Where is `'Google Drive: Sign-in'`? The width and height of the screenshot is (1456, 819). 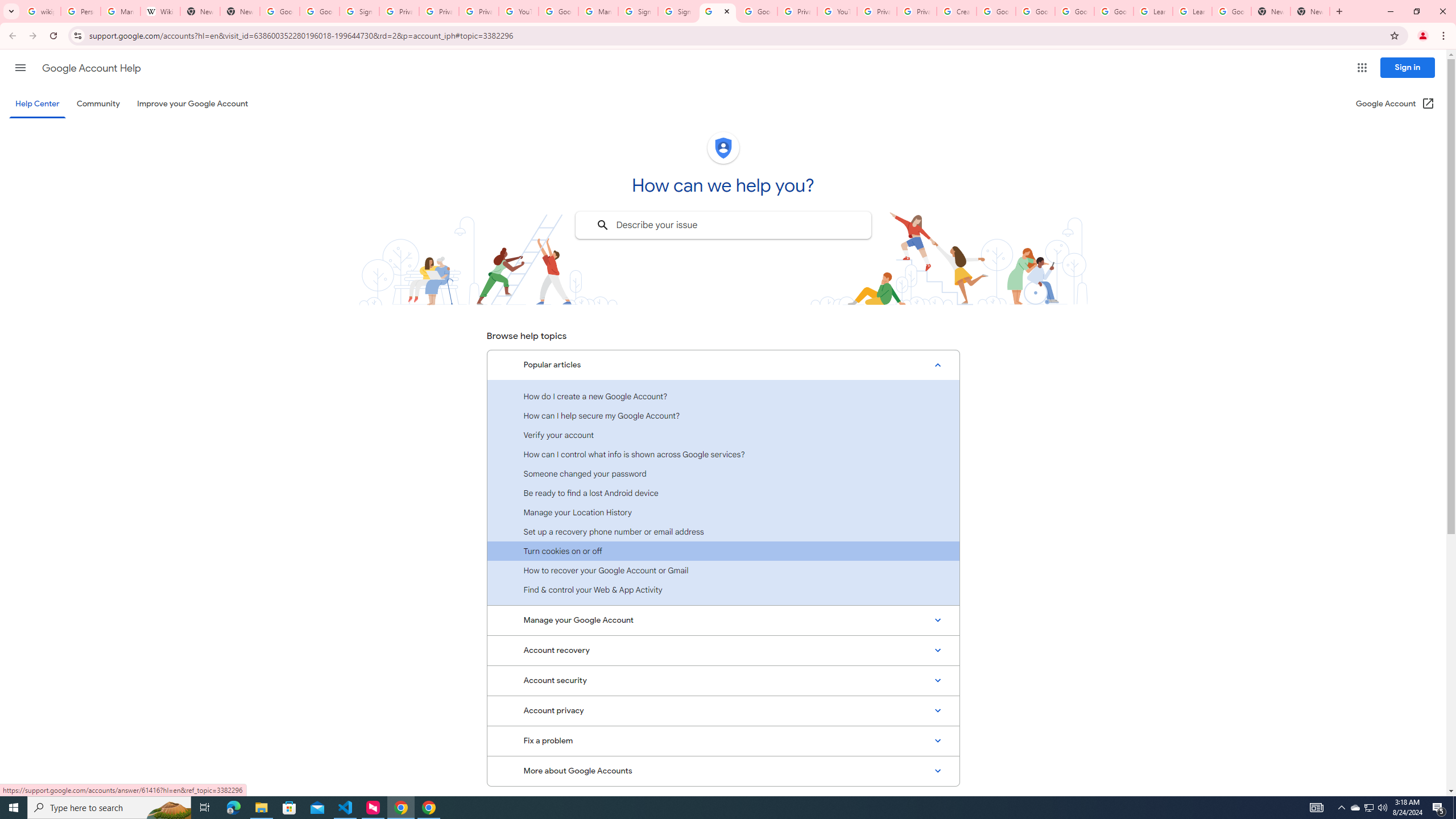 'Google Drive: Sign-in' is located at coordinates (318, 11).